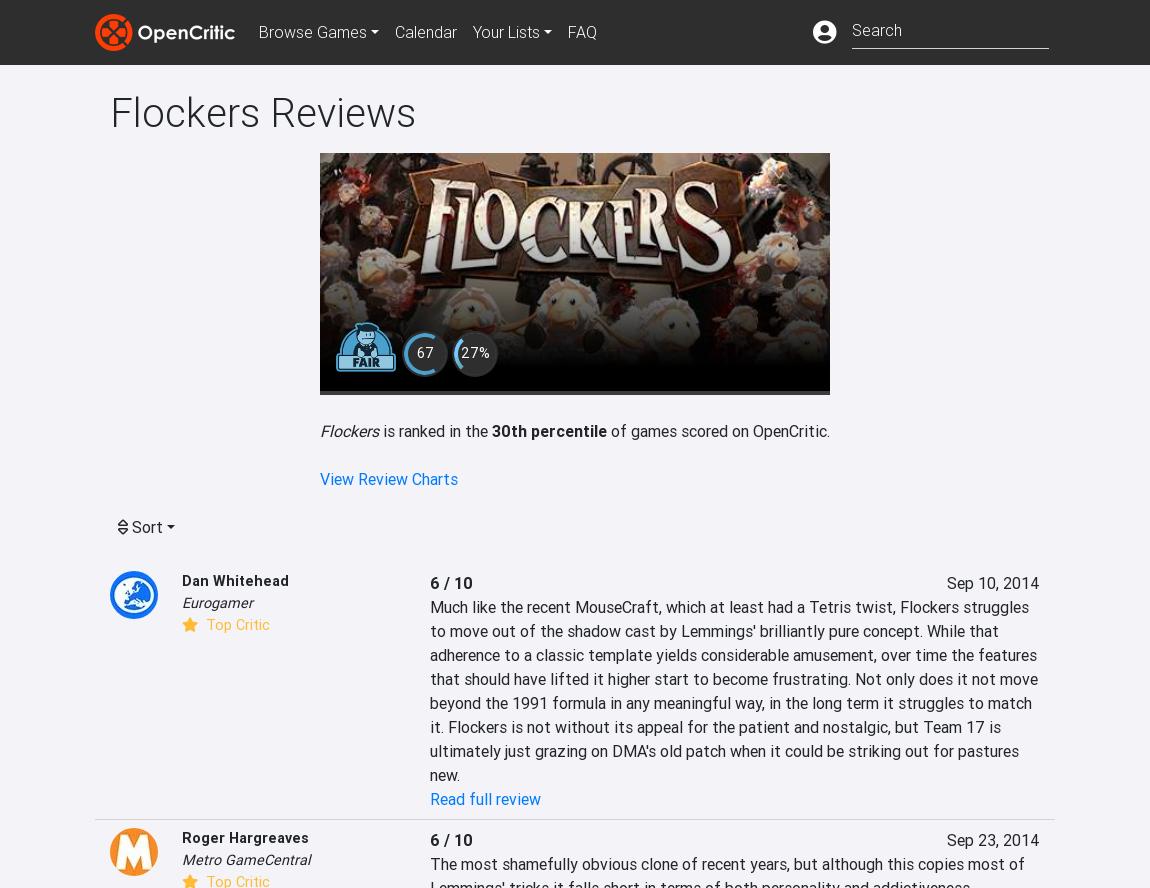 The width and height of the screenshot is (1150, 888). Describe the element at coordinates (244, 857) in the screenshot. I see `'Metro GameCentral'` at that location.